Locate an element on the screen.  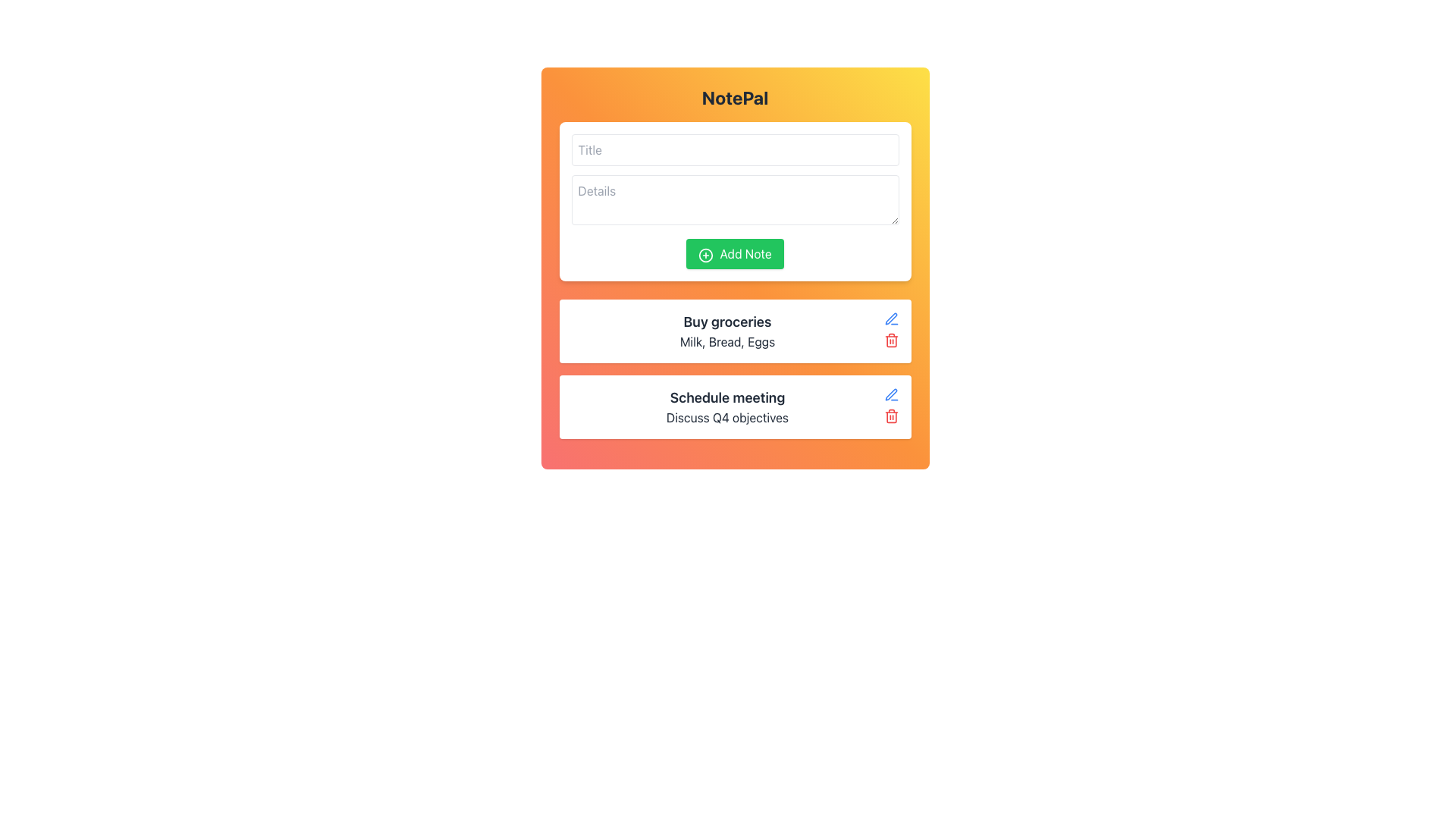
the descriptive text element located below the 'Schedule meeting' title, which provides additional information about the task or meeting is located at coordinates (726, 418).